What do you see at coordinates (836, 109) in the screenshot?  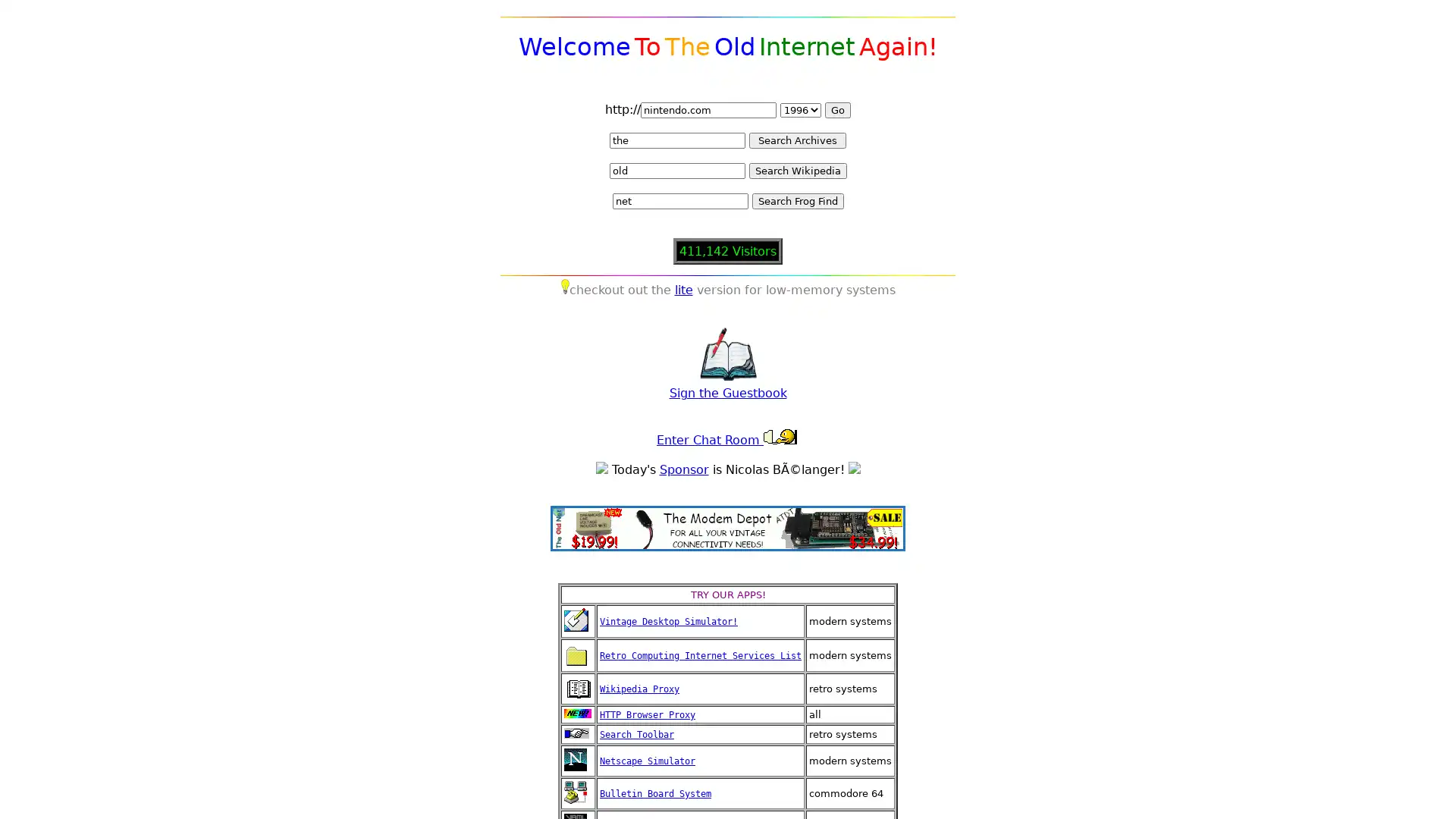 I see `Go` at bounding box center [836, 109].